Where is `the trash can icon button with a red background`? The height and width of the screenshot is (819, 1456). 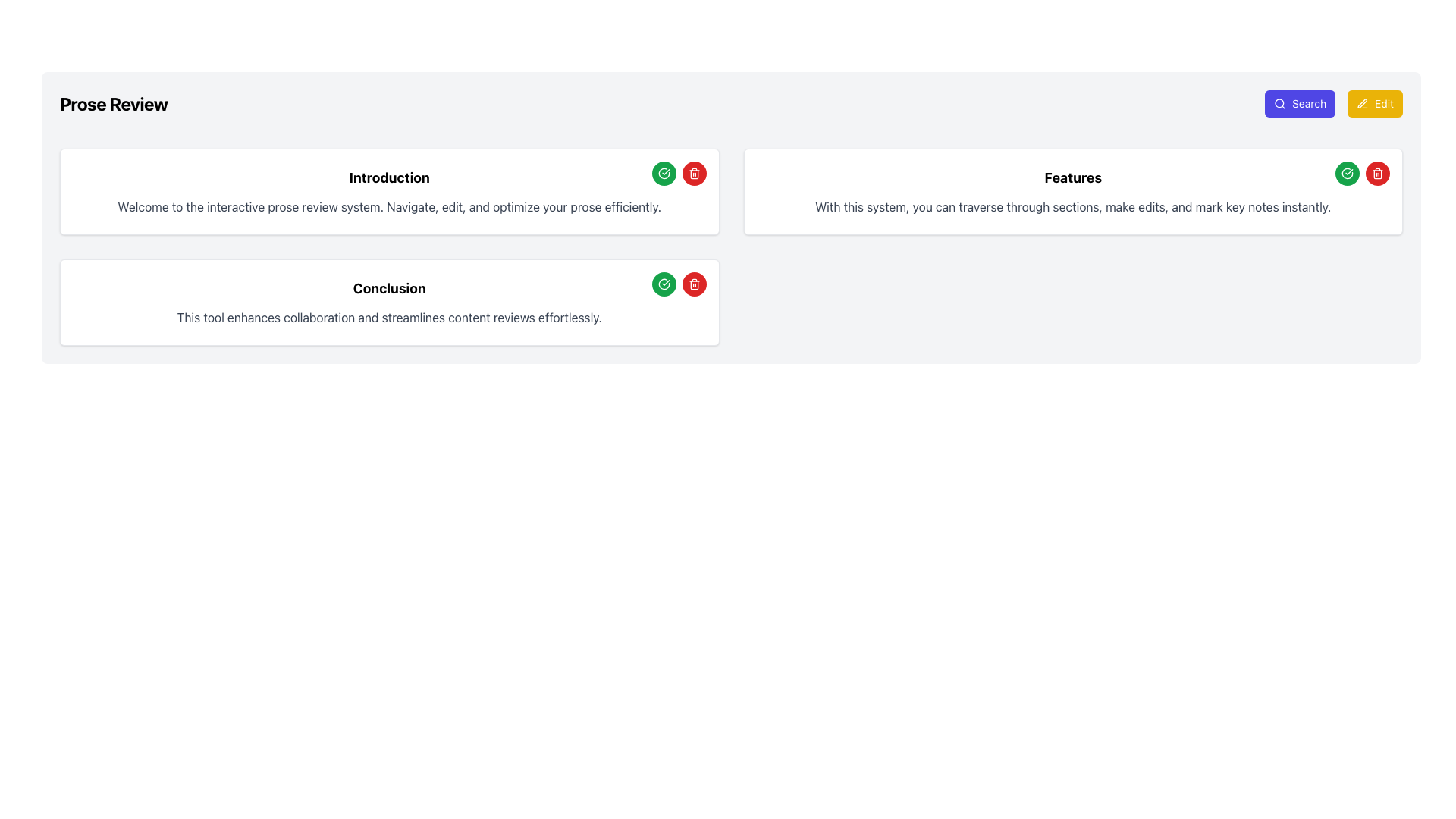 the trash can icon button with a red background is located at coordinates (693, 172).